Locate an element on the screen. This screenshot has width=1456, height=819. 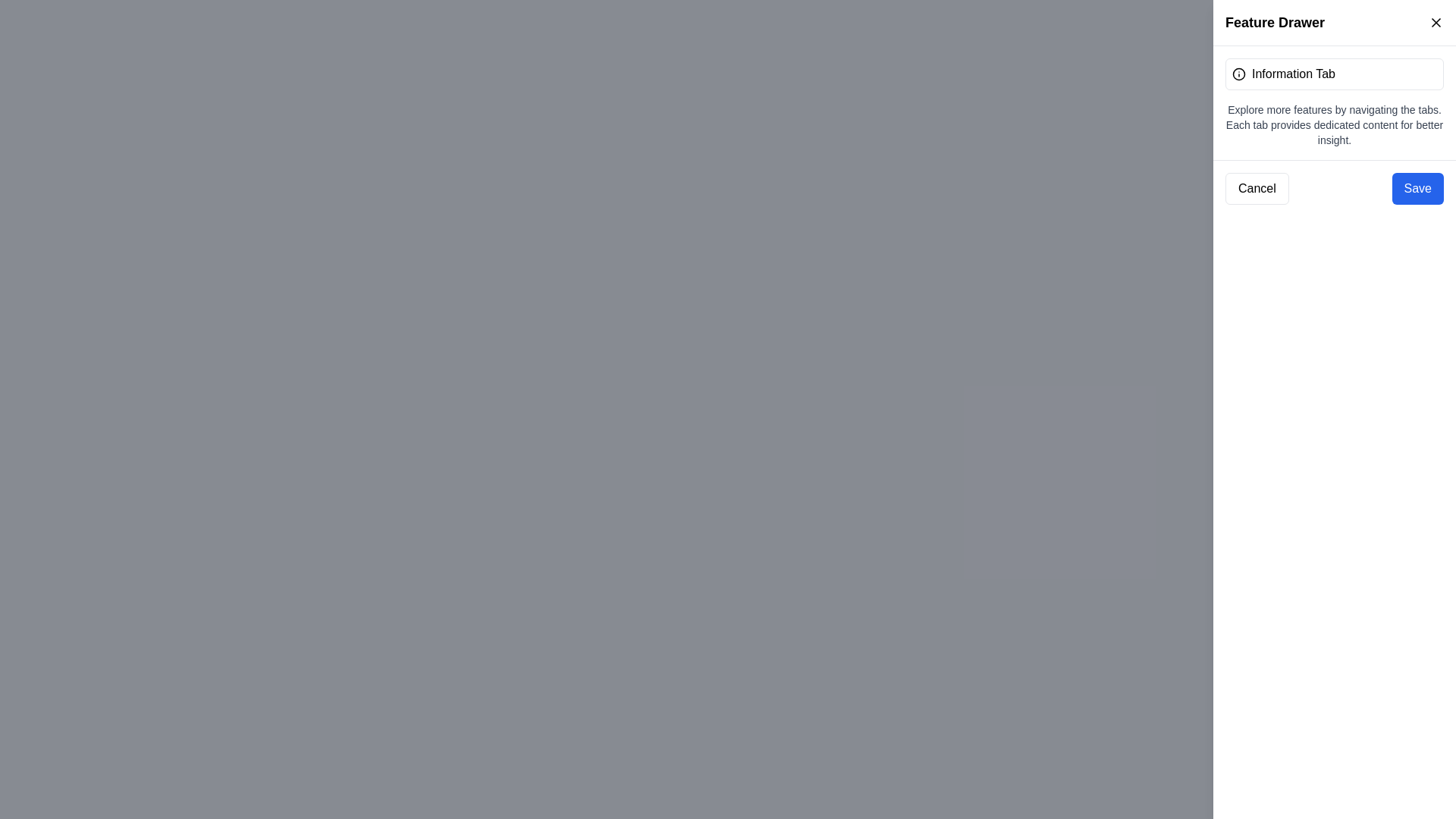
the save button located at the bottom-right corner of the 'Feature Drawer' panel is located at coordinates (1417, 188).